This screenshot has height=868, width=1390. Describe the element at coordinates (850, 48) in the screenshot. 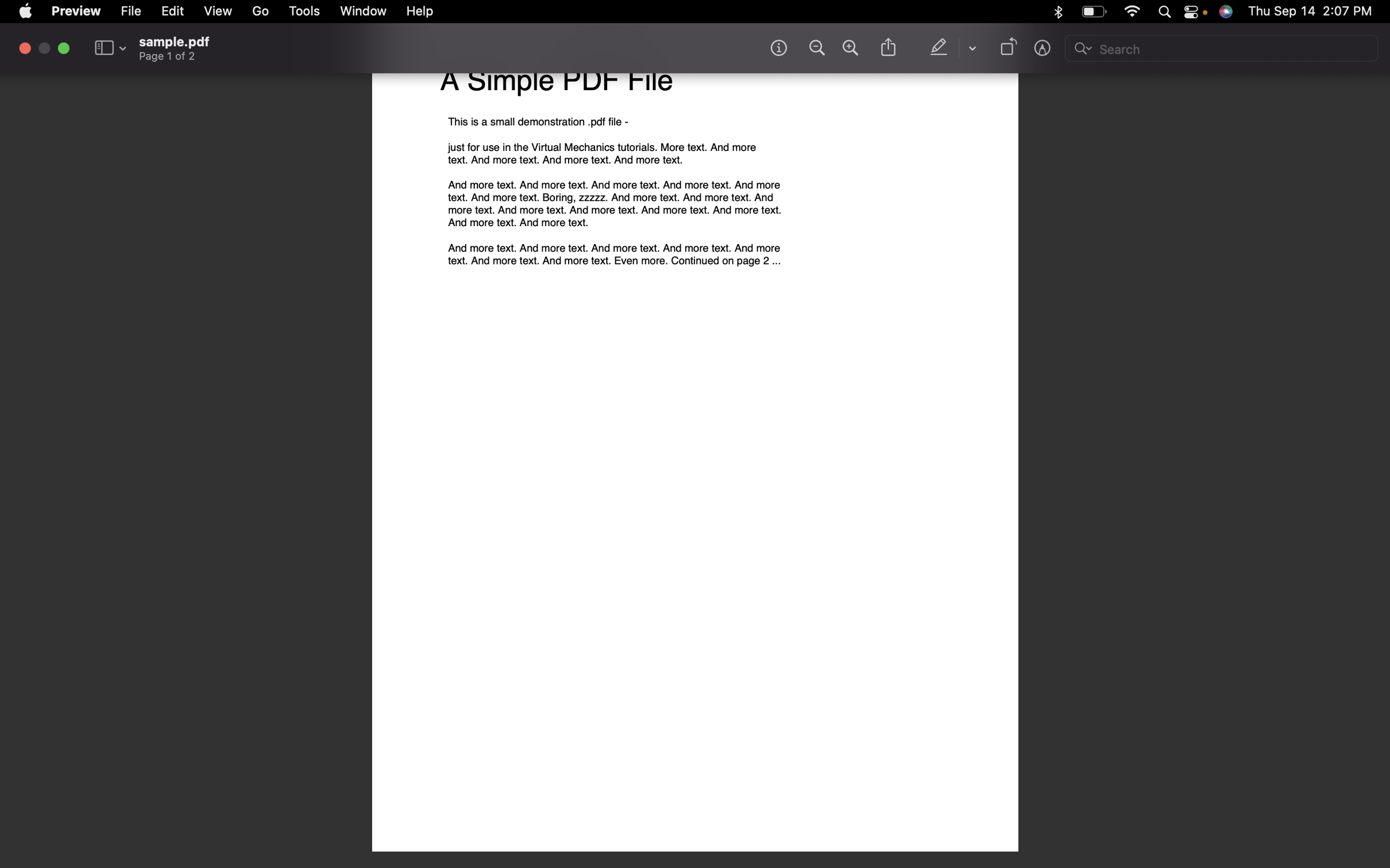

I see `Zoom into the document` at that location.